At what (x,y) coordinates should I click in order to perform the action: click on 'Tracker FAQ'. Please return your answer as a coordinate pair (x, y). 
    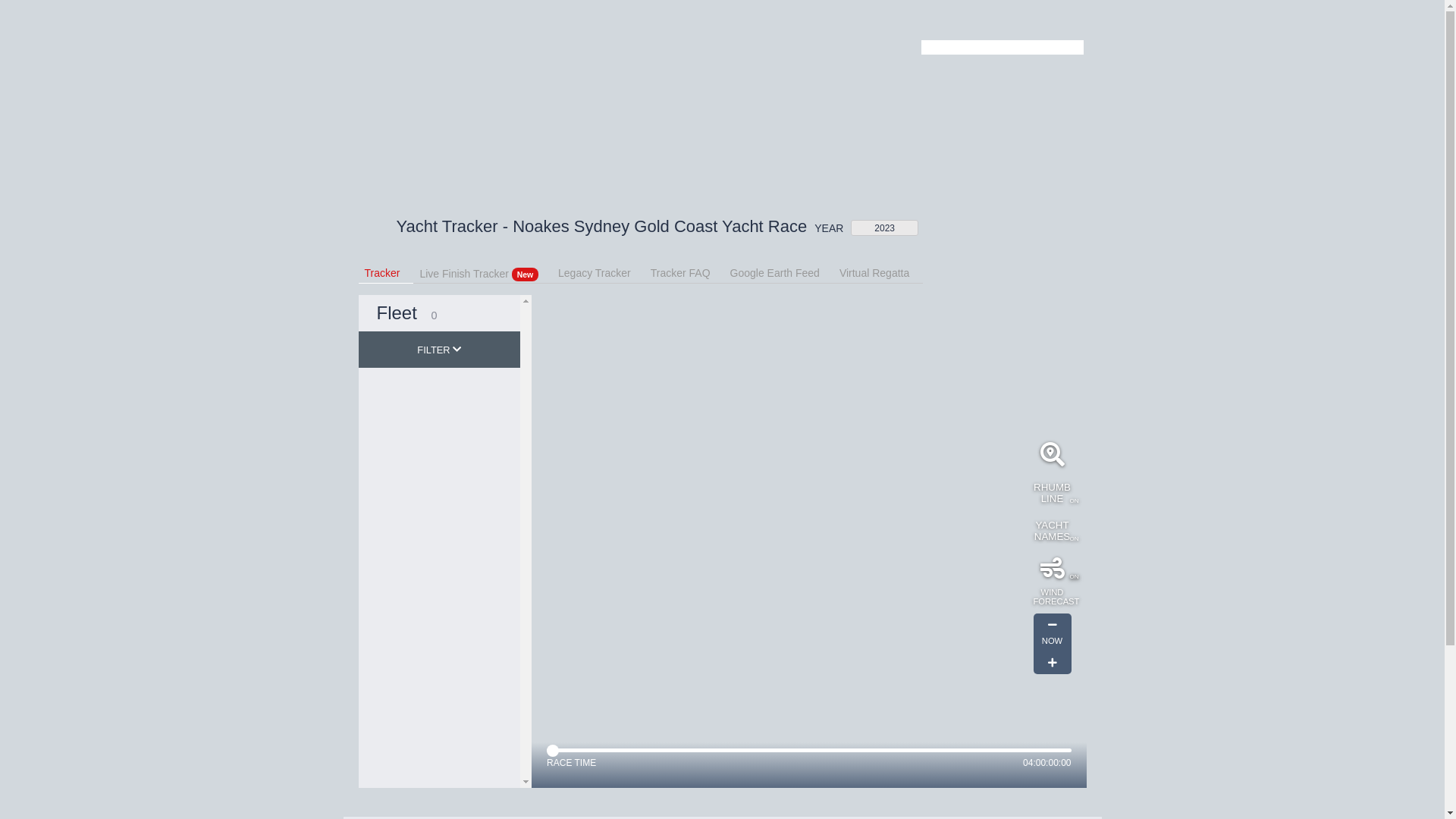
    Looking at the image, I should click on (651, 271).